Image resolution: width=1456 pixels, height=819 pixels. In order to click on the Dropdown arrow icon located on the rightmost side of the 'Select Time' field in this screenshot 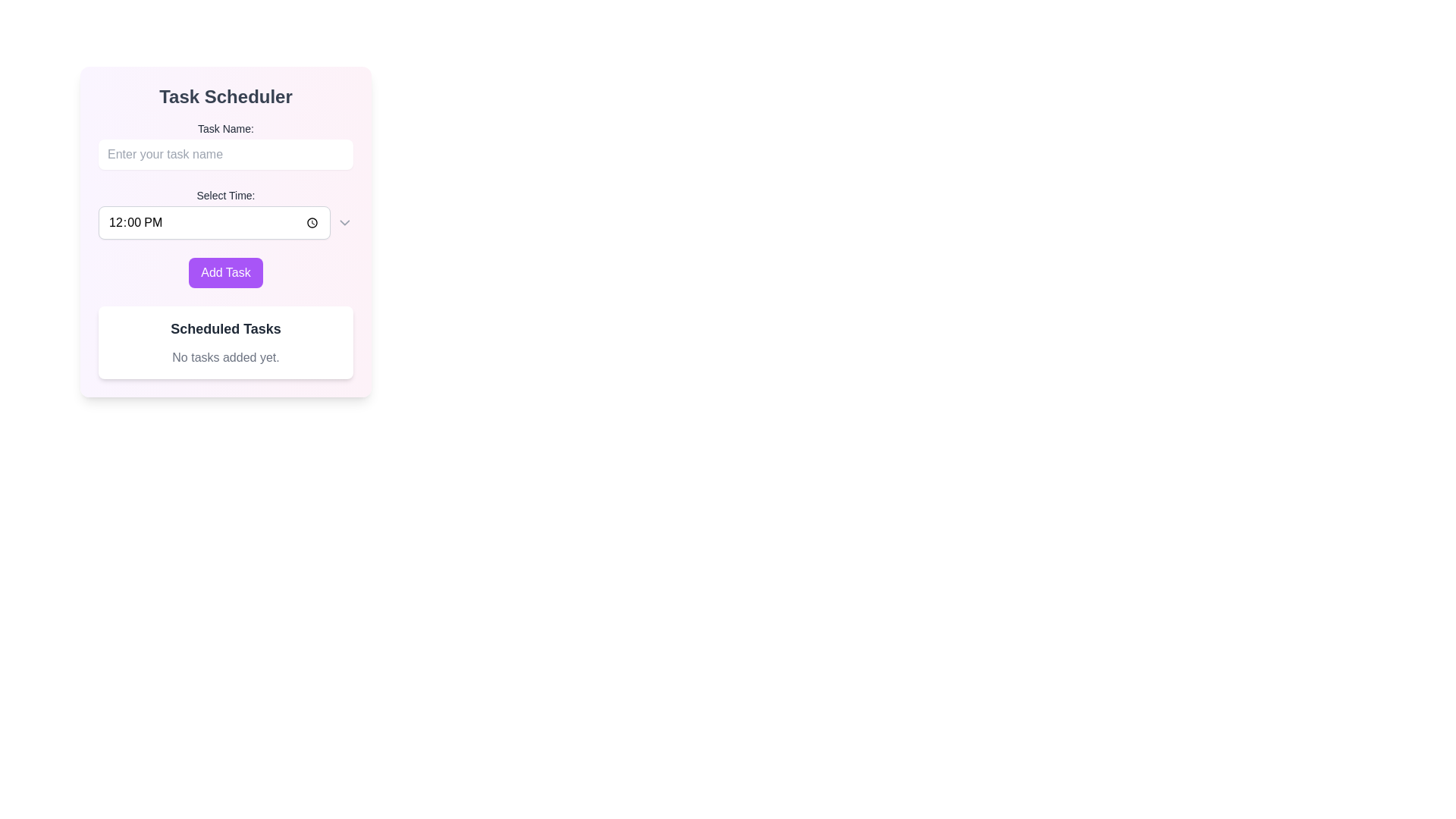, I will do `click(344, 222)`.